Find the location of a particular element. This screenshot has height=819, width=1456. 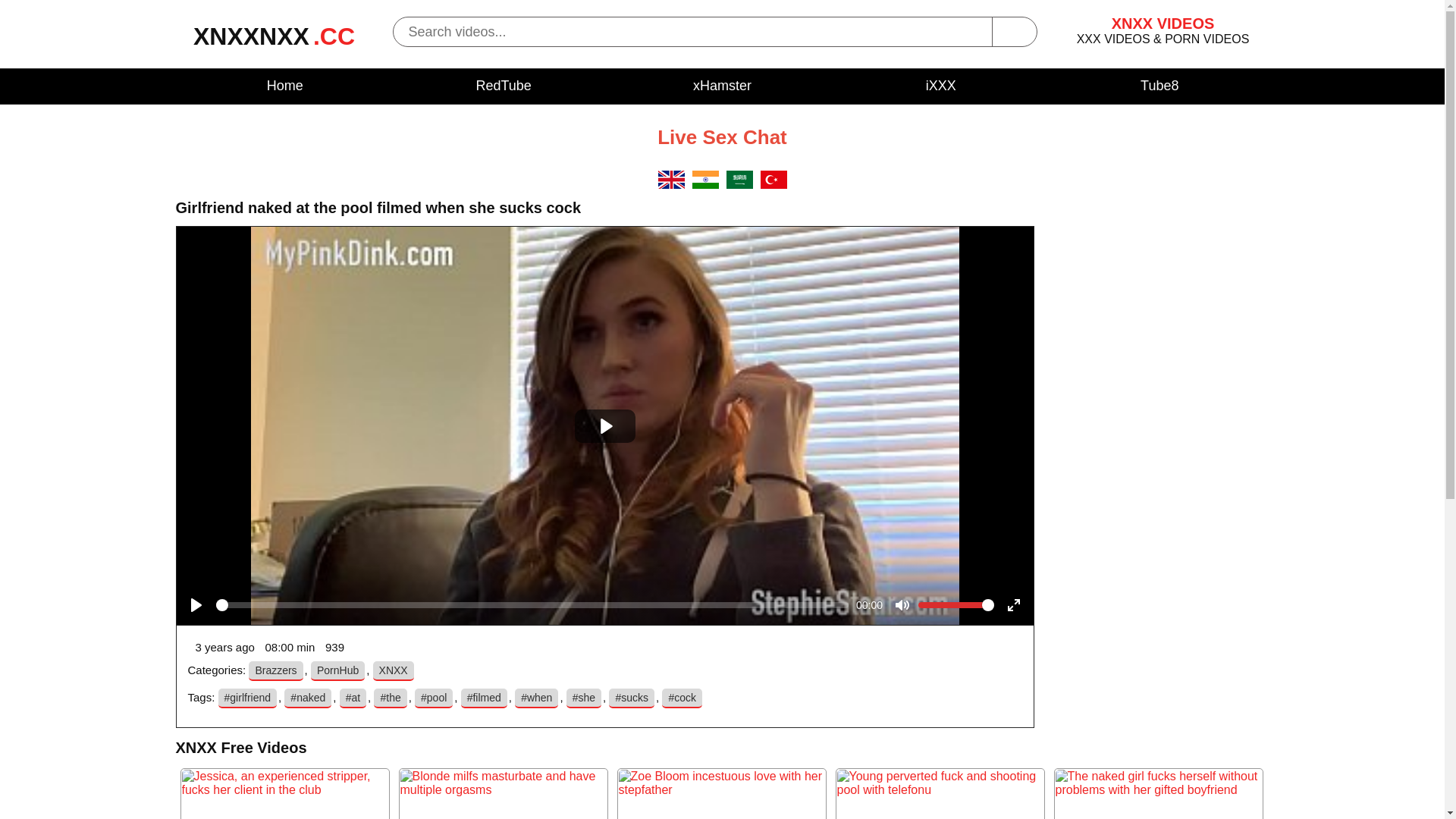

'Brazzers' is located at coordinates (275, 670).